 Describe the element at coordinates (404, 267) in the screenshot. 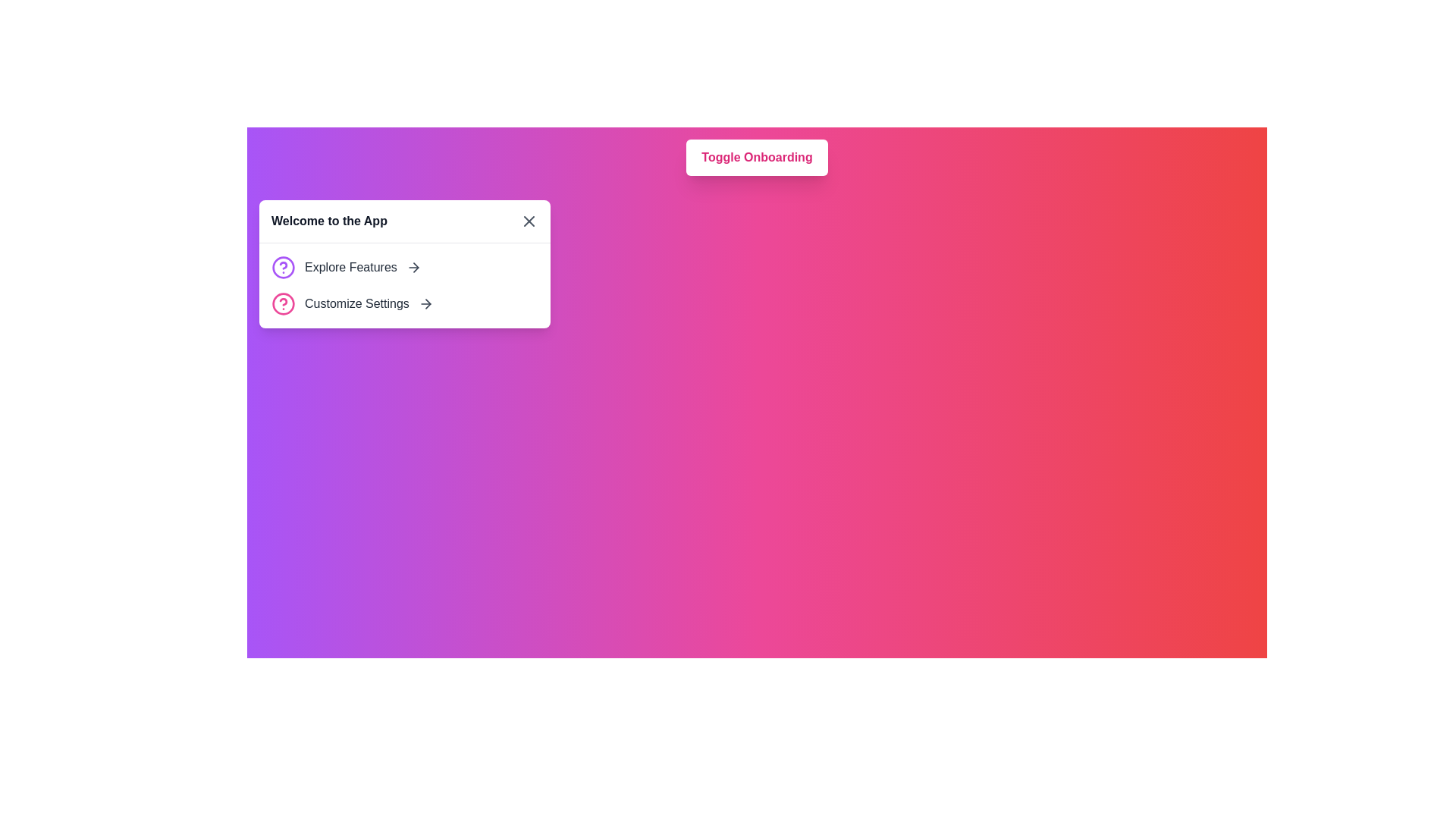

I see `the clickable list item labeled 'Explore Features', which consists of a purple circular question mark icon and a right-arrow icon, to trigger the tooltip or effect` at that location.